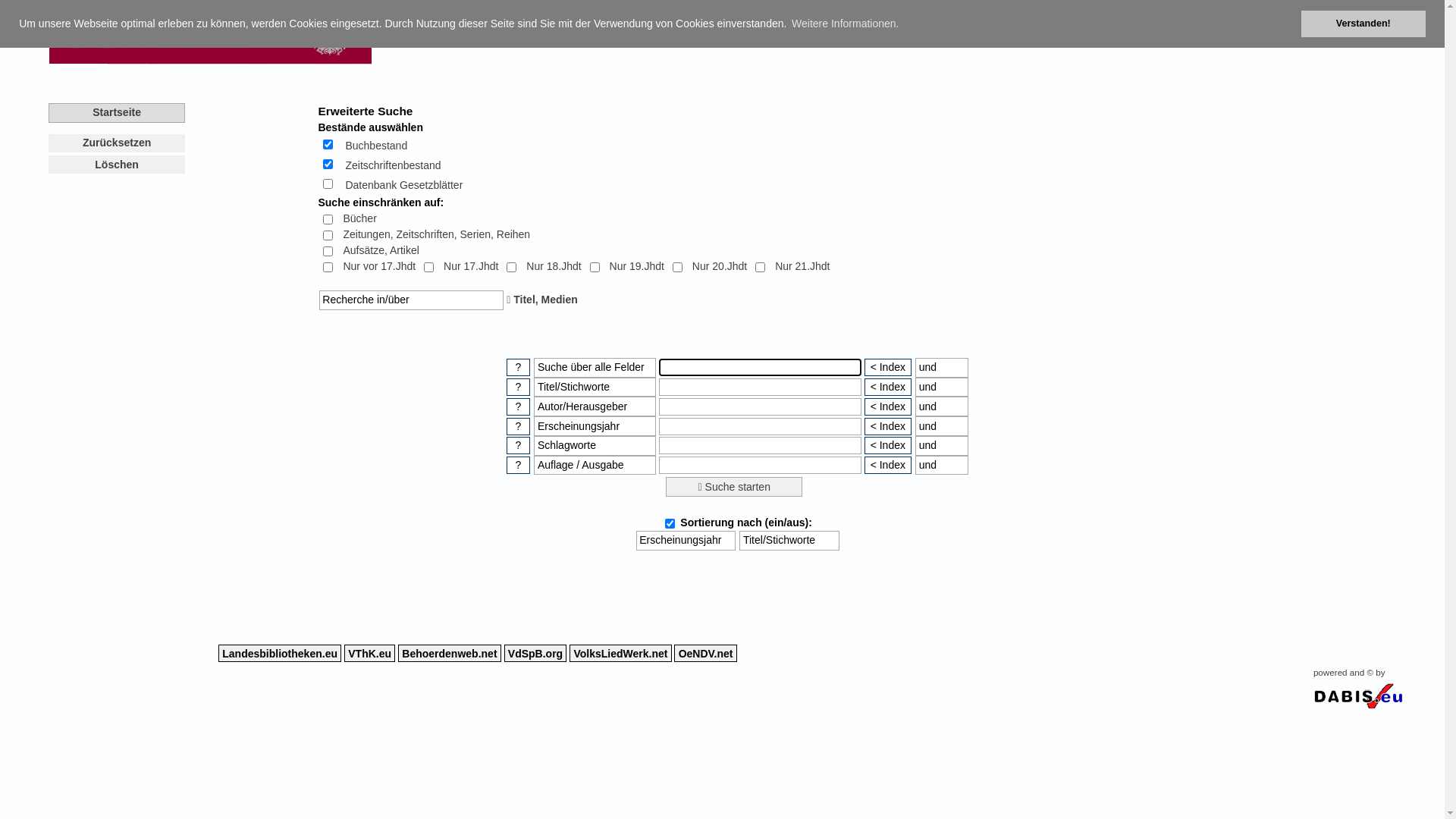 The height and width of the screenshot is (819, 1456). Describe the element at coordinates (518, 426) in the screenshot. I see `' ? '` at that location.